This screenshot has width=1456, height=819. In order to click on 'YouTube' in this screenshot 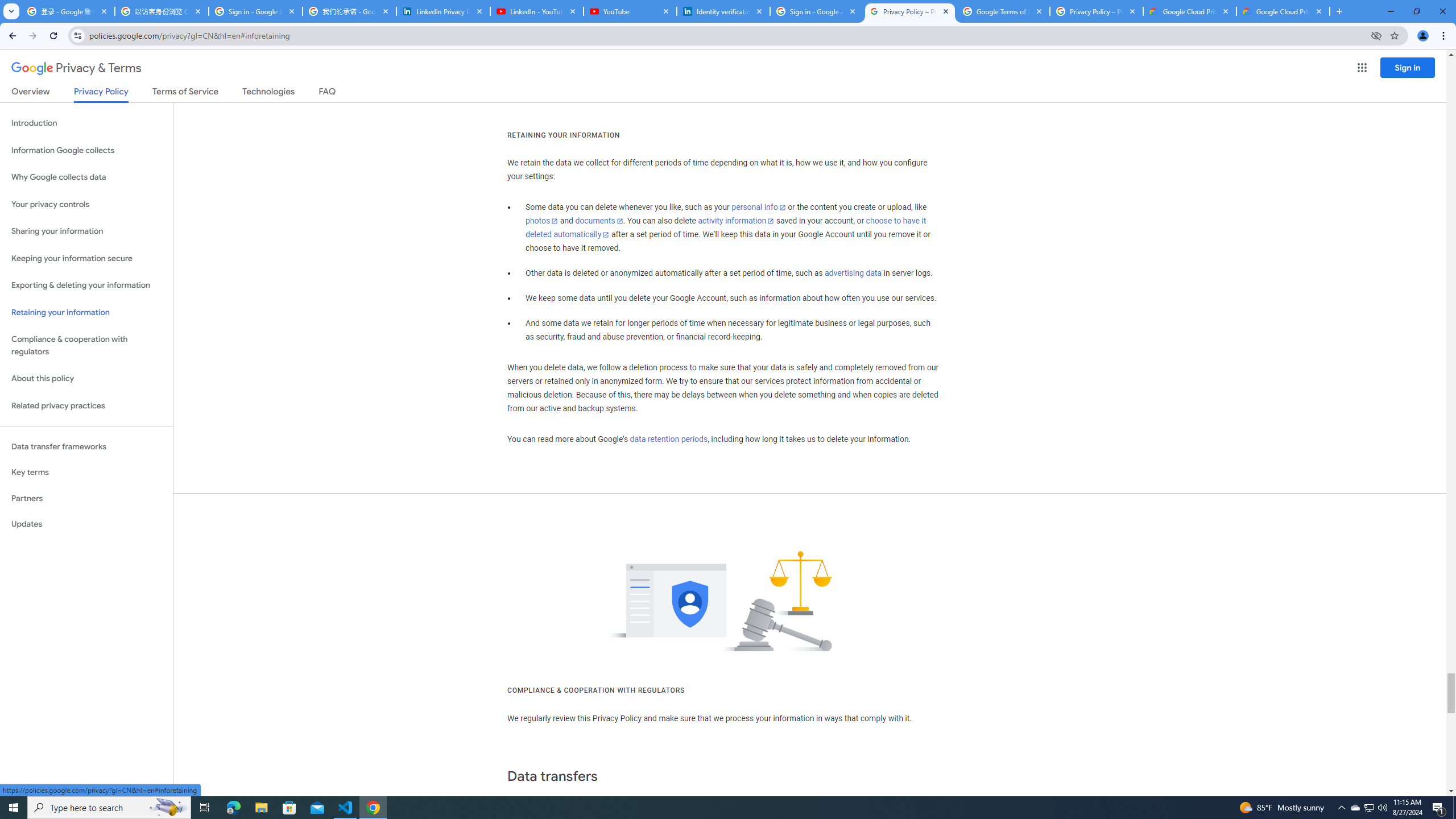, I will do `click(629, 11)`.